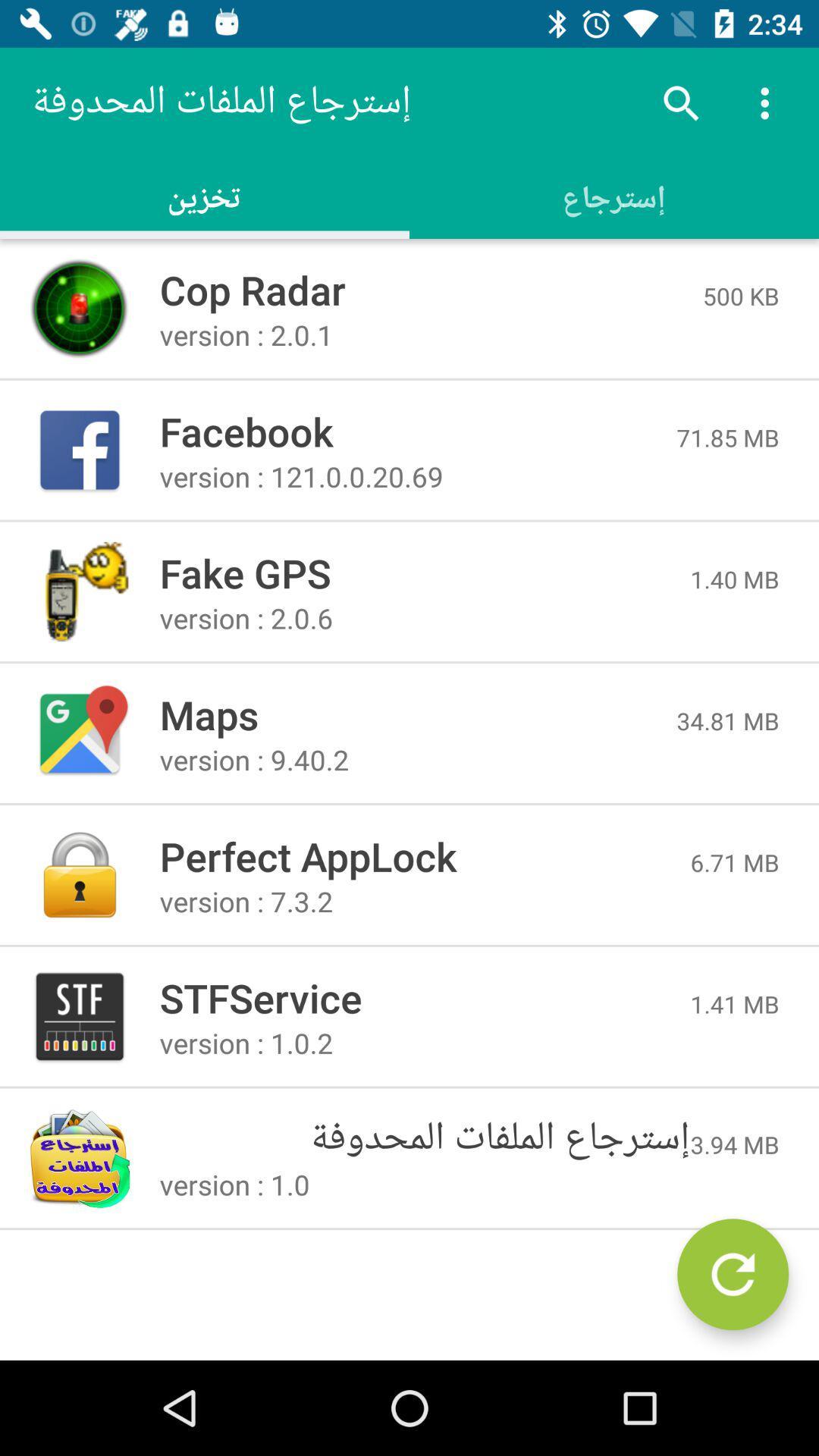 The width and height of the screenshot is (819, 1456). What do you see at coordinates (727, 720) in the screenshot?
I see `item below version 2 0 icon` at bounding box center [727, 720].